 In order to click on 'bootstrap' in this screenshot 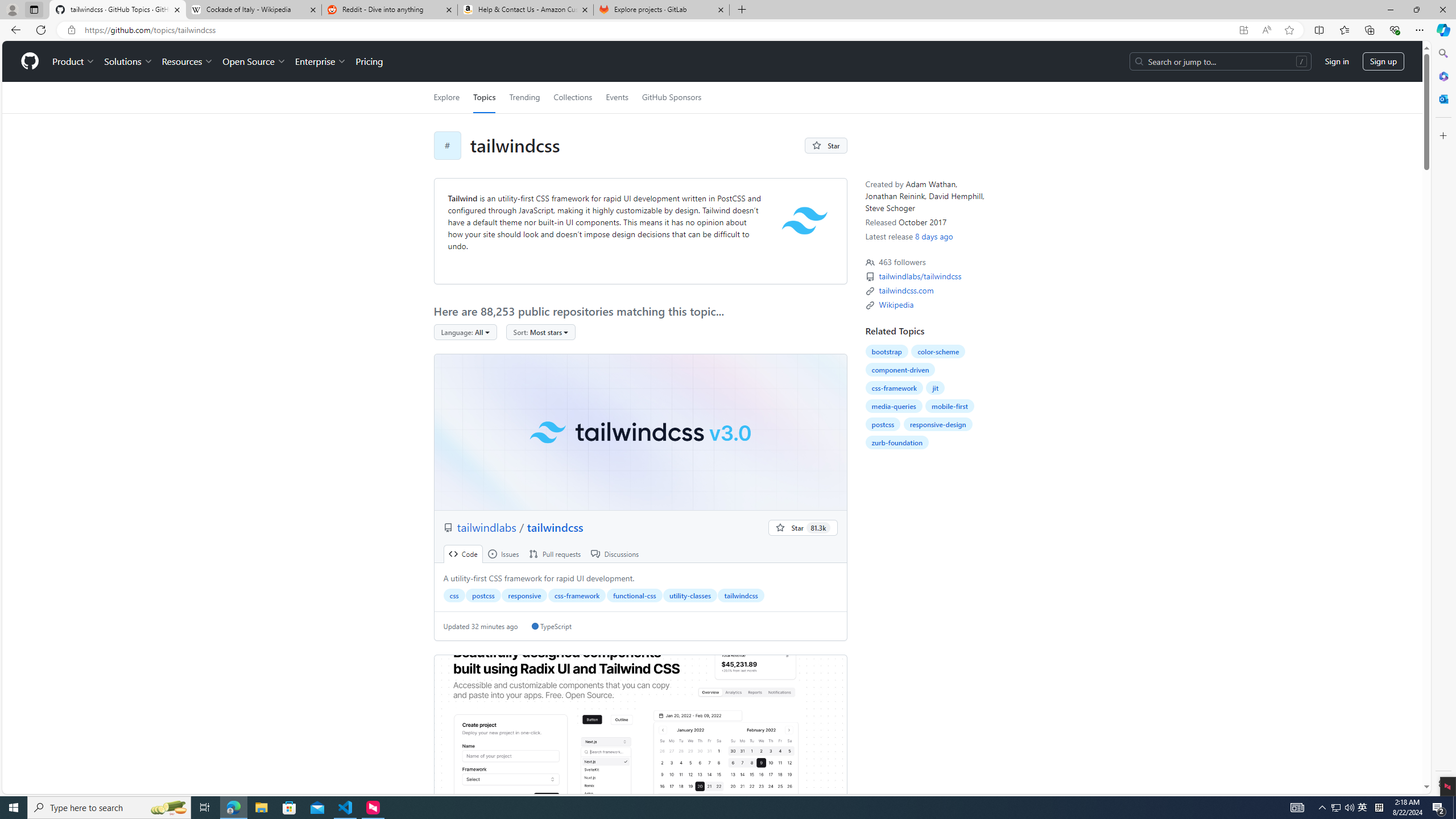, I will do `click(886, 351)`.